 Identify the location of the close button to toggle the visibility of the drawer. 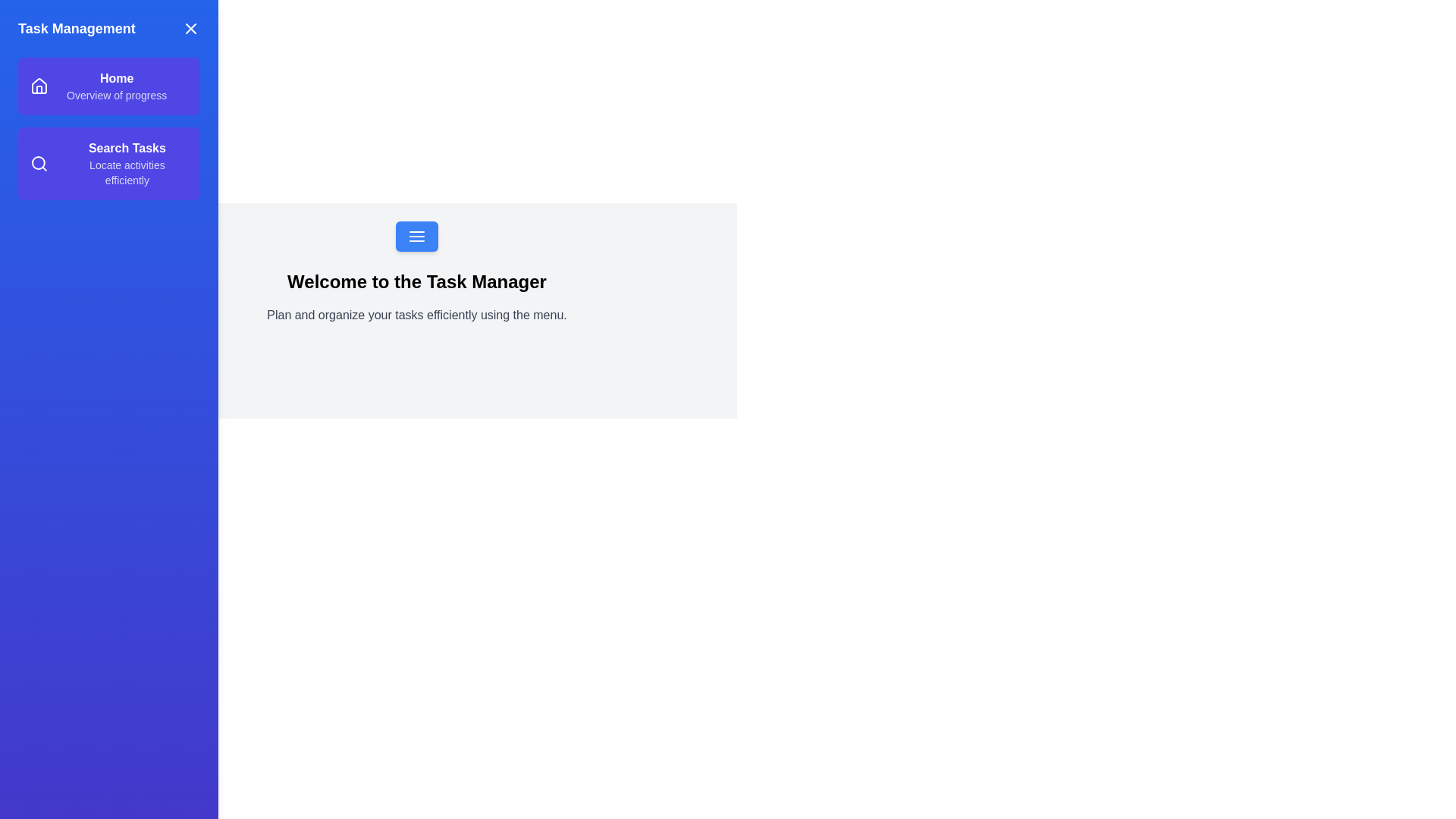
(190, 29).